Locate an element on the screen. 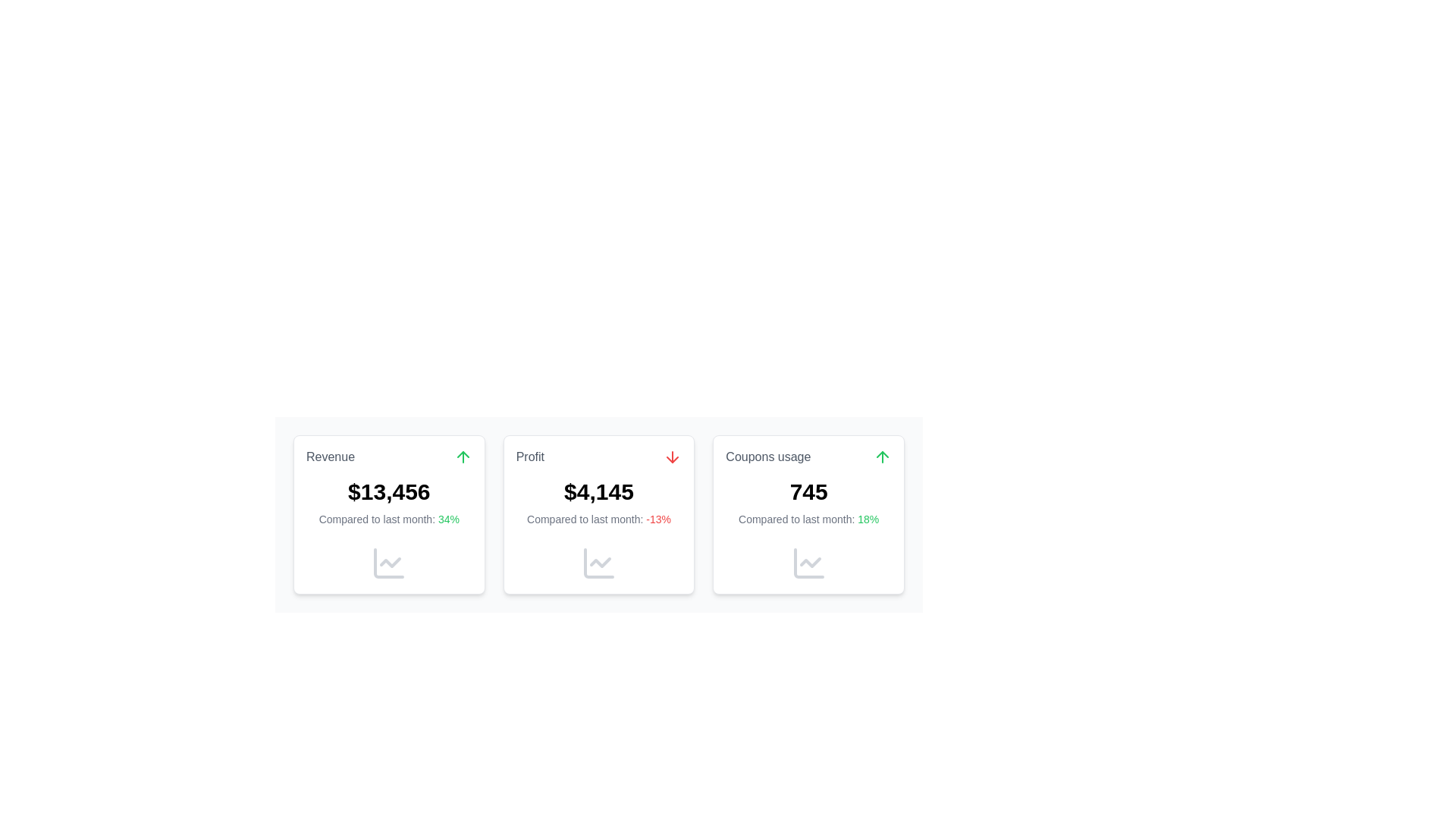  the profit value text label located within the 'Profit' card, which is the second element in a row of three statistic cards, positioned below the title 'Profit' is located at coordinates (598, 491).